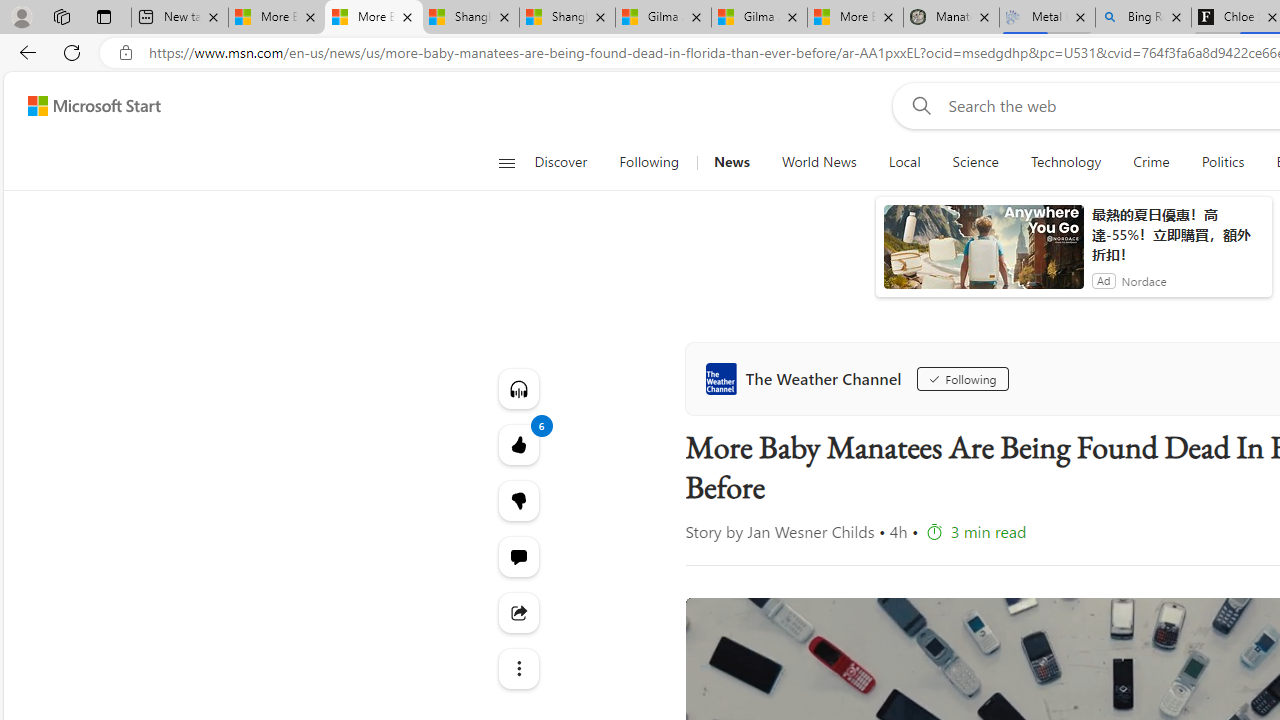 This screenshot has width=1280, height=720. Describe the element at coordinates (506, 162) in the screenshot. I see `'Class: button-glyph'` at that location.